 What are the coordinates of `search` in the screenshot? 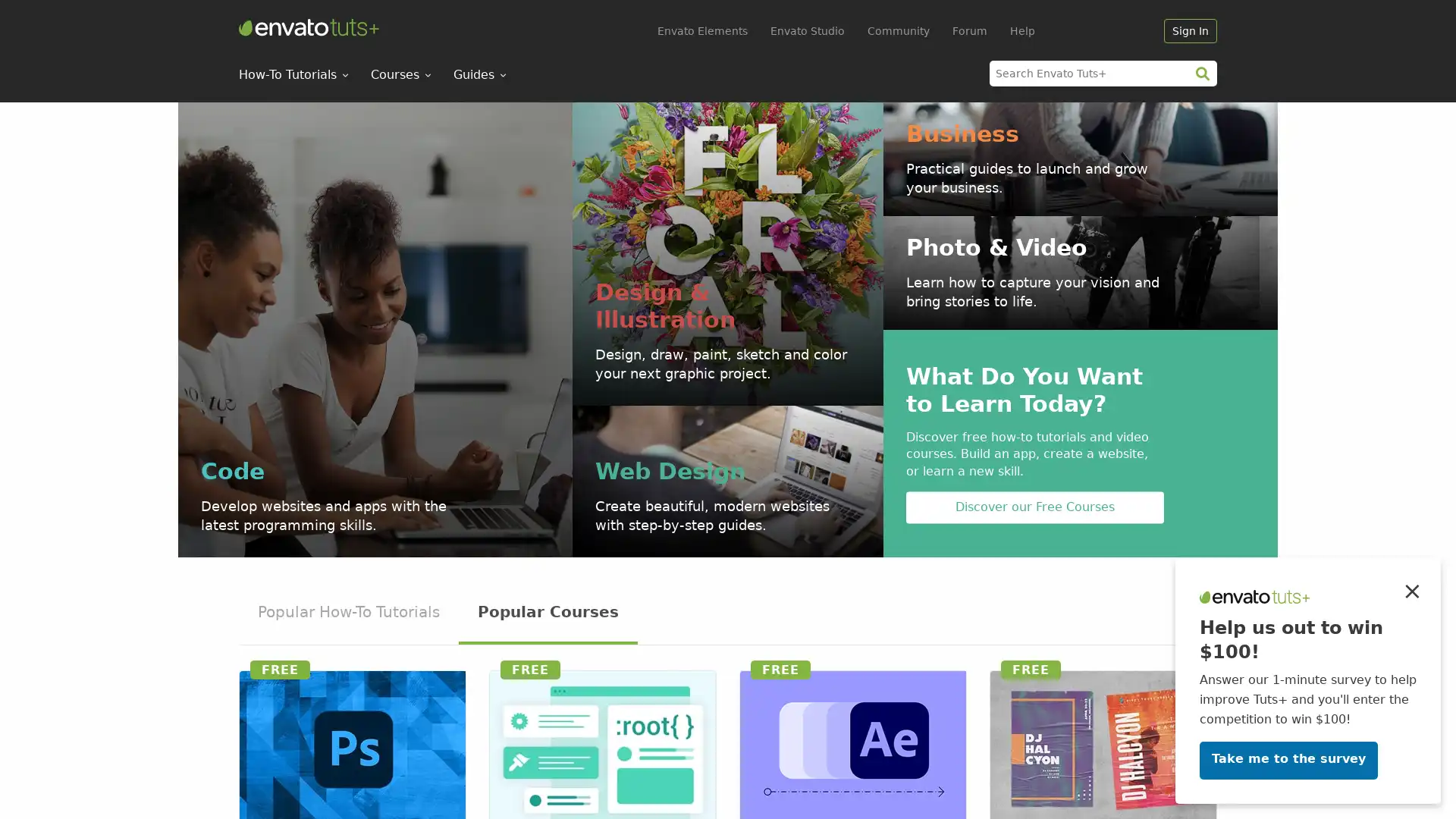 It's located at (1201, 73).